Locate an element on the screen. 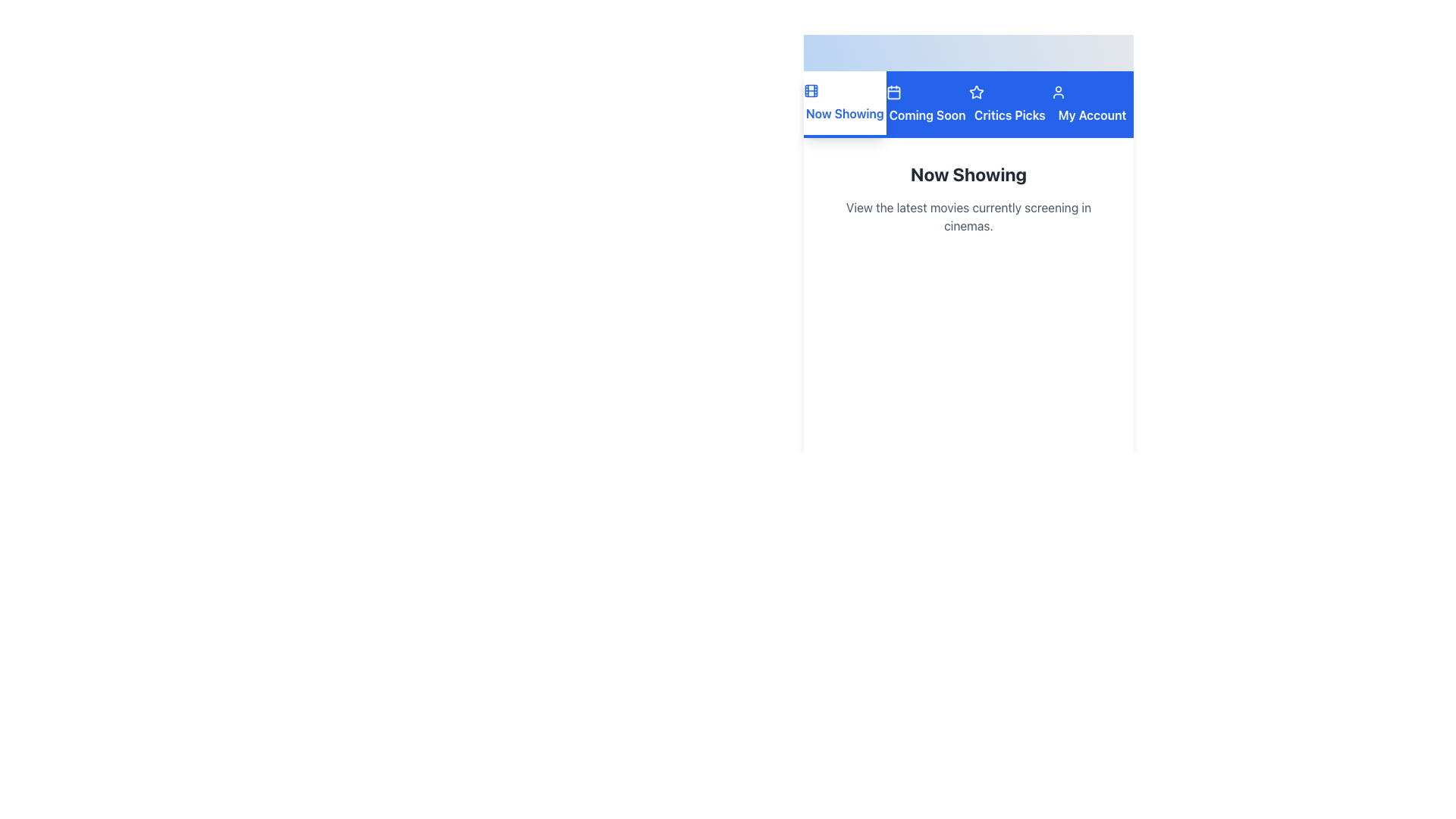 The width and height of the screenshot is (1456, 819). the 'My Account' text label located in the far right corner of the navigation bar, styled with a modern font on a blue background is located at coordinates (1092, 114).